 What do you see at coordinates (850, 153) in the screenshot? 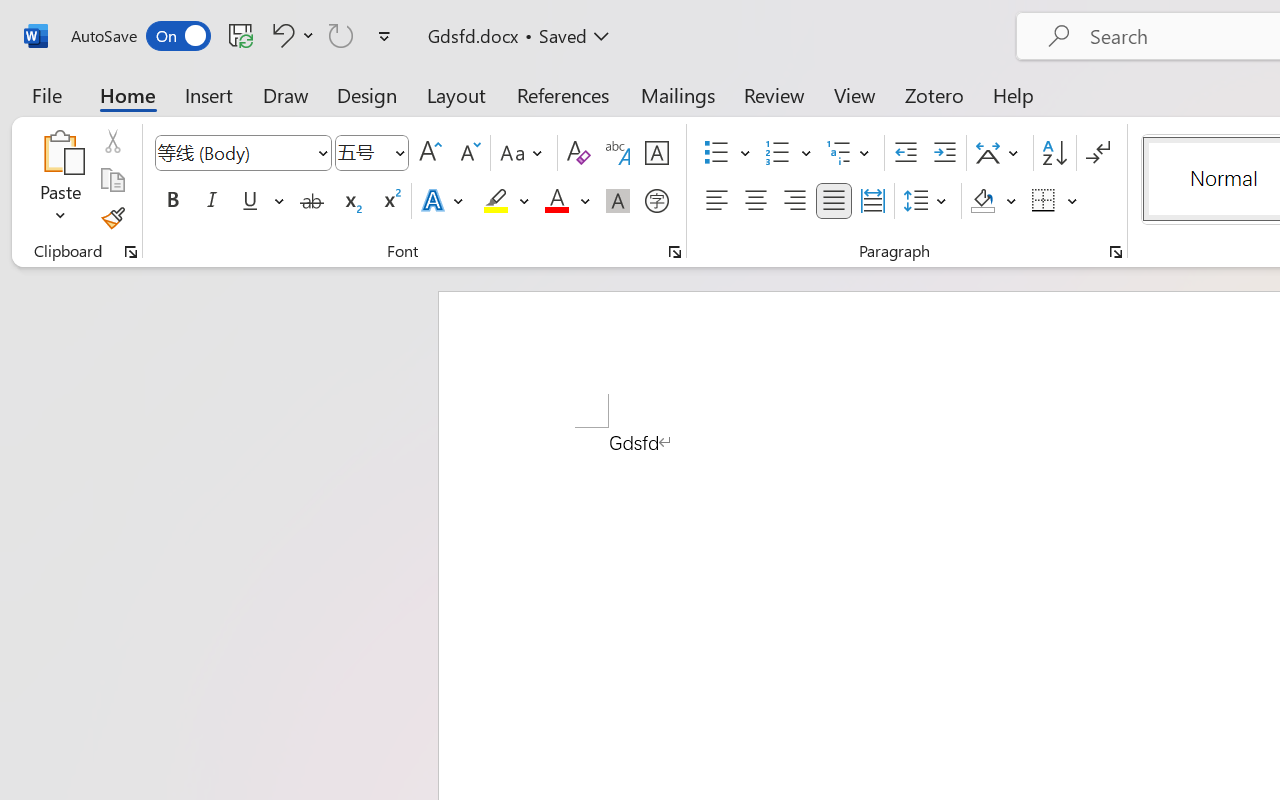
I see `'Multilevel List'` at bounding box center [850, 153].